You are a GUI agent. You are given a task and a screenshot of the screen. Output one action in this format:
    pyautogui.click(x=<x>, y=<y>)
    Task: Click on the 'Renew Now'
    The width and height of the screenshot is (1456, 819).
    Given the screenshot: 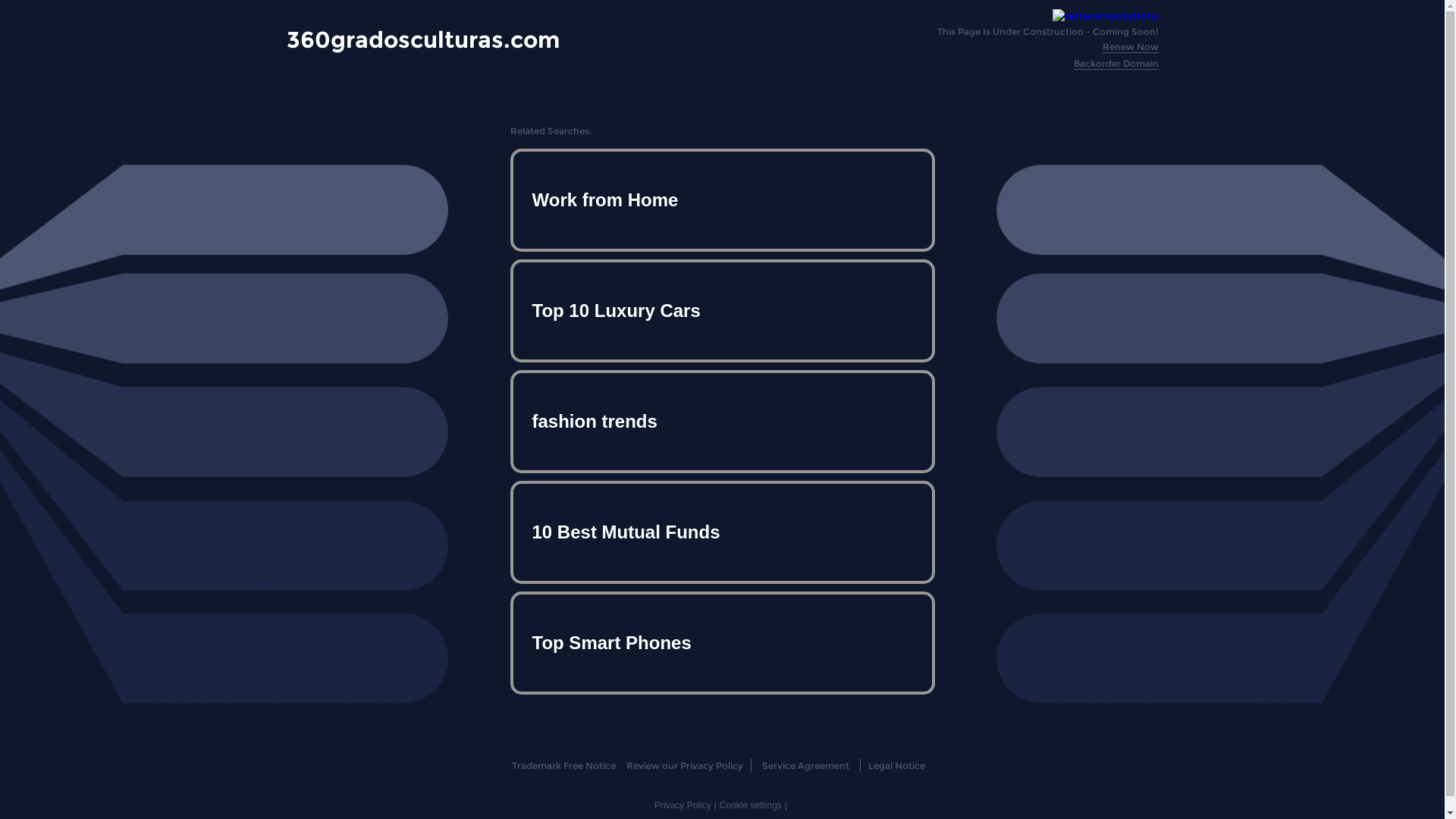 What is the action you would take?
    pyautogui.click(x=1131, y=45)
    